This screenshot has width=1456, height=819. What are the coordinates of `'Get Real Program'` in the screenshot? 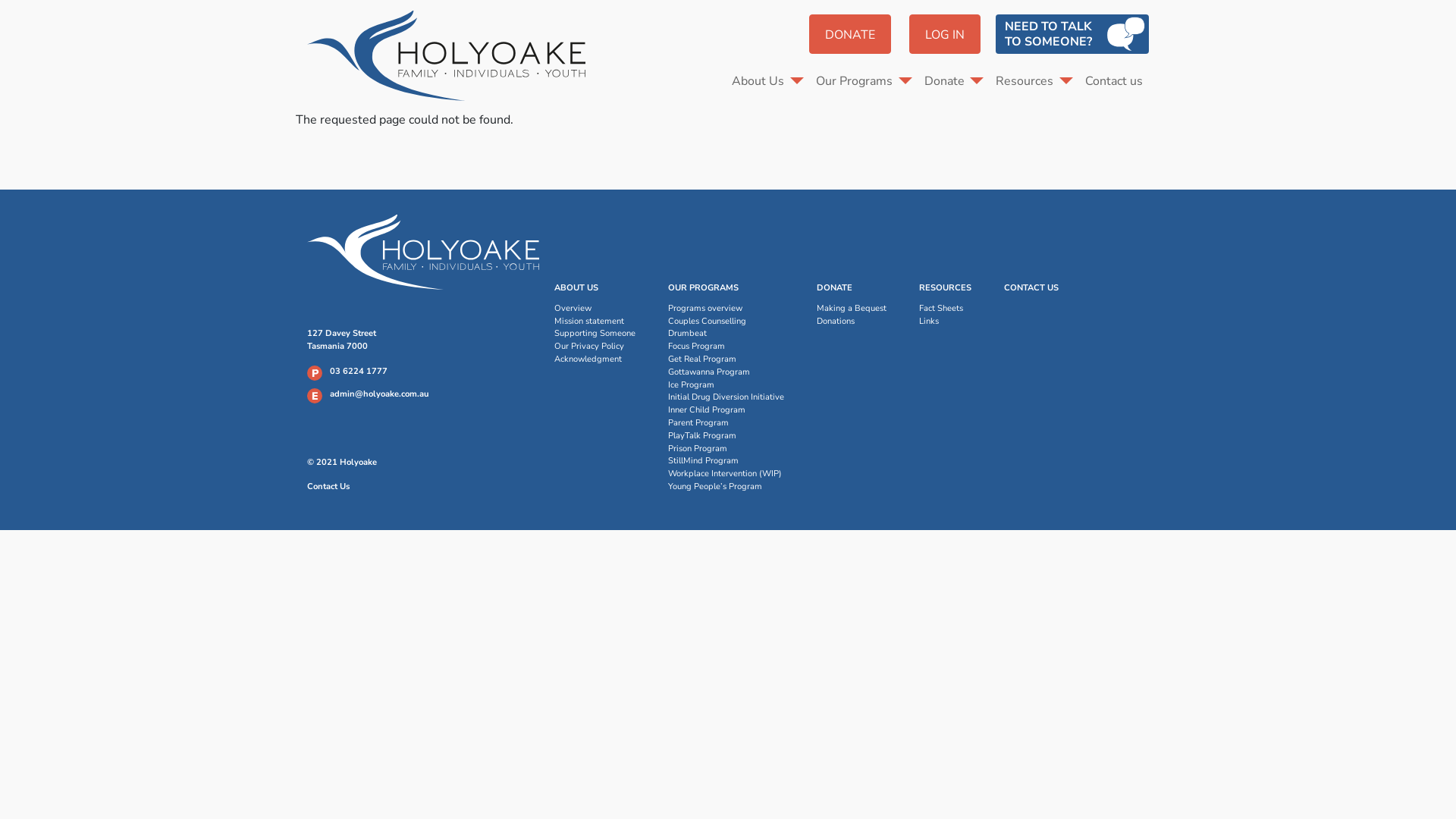 It's located at (667, 359).